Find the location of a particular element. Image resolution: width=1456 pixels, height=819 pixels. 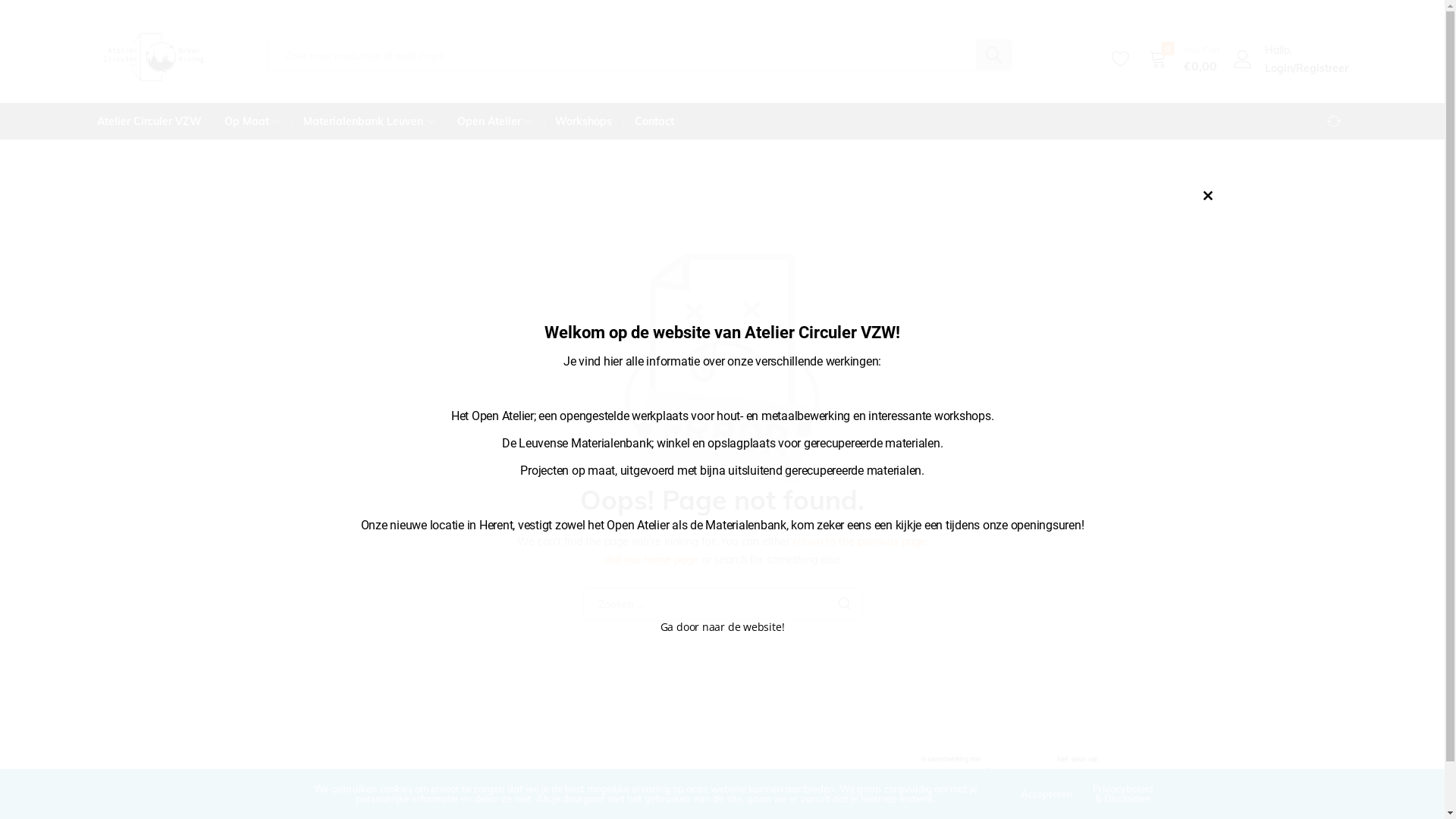

'Ga door naar de website!' is located at coordinates (660, 626).